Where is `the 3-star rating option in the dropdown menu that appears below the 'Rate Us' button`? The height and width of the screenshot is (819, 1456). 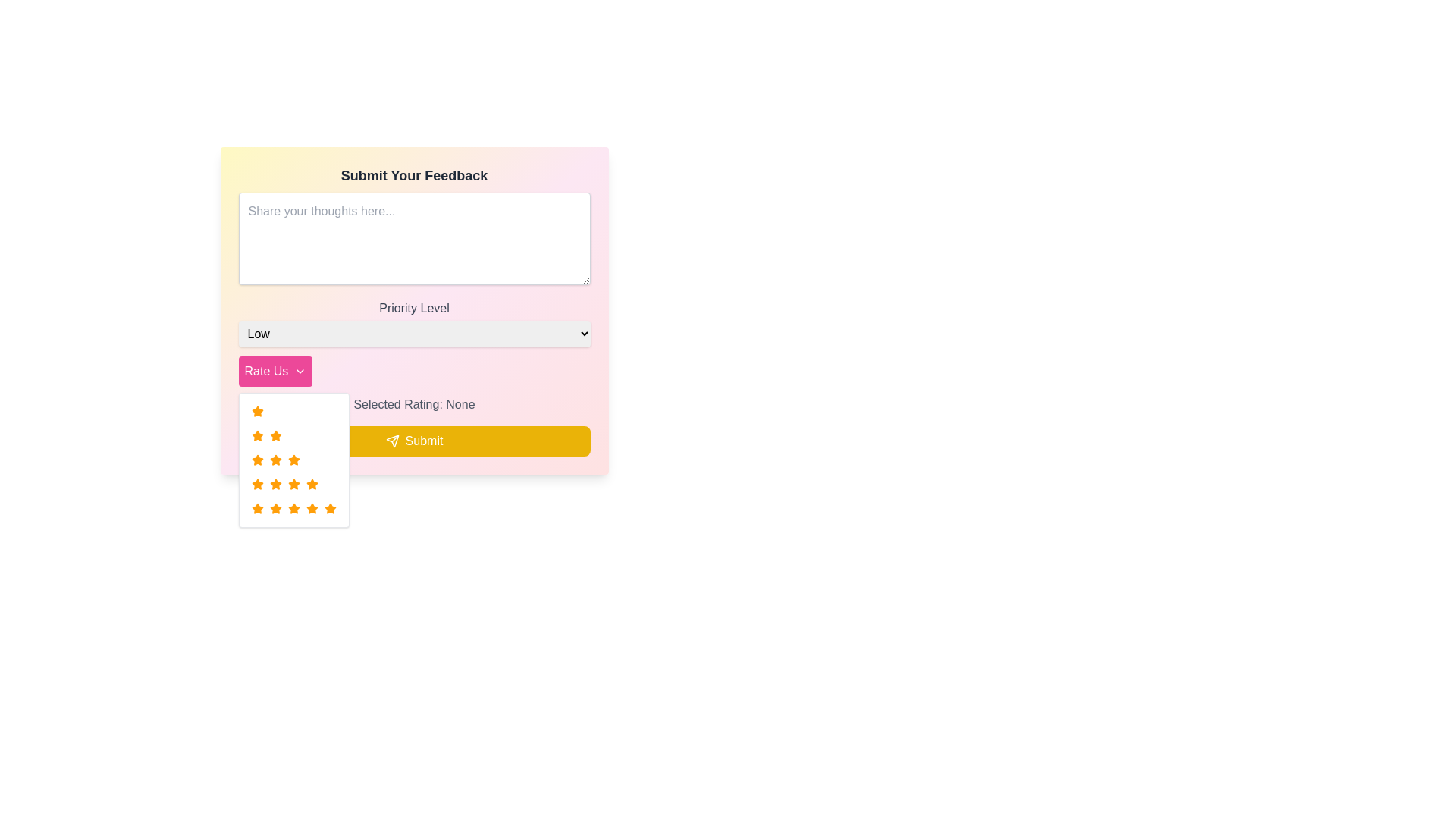
the 3-star rating option in the dropdown menu that appears below the 'Rate Us' button is located at coordinates (293, 459).